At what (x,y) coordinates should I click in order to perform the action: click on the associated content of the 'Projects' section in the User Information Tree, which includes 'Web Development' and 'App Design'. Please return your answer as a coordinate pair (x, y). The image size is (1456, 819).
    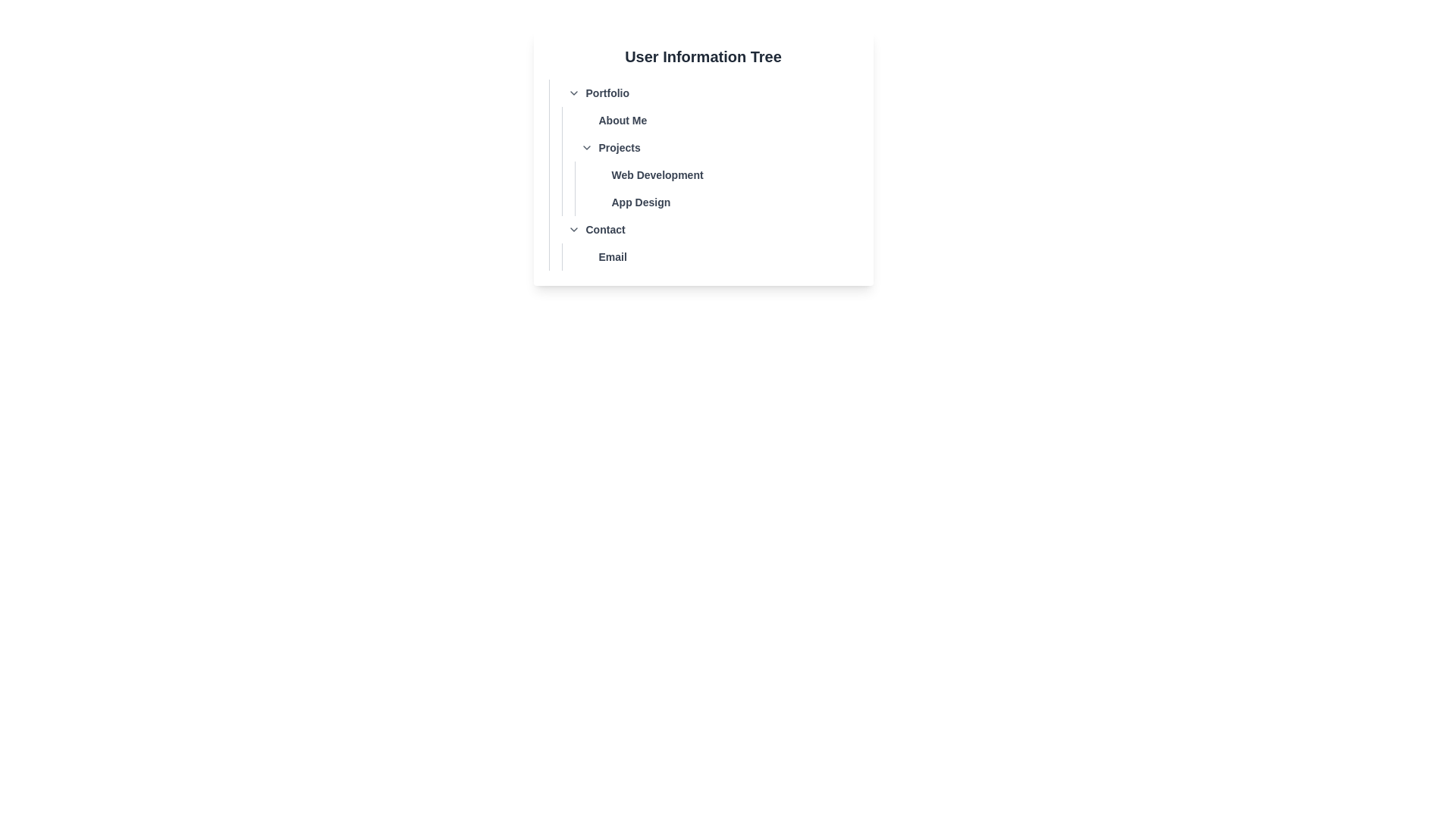
    Looking at the image, I should click on (702, 148).